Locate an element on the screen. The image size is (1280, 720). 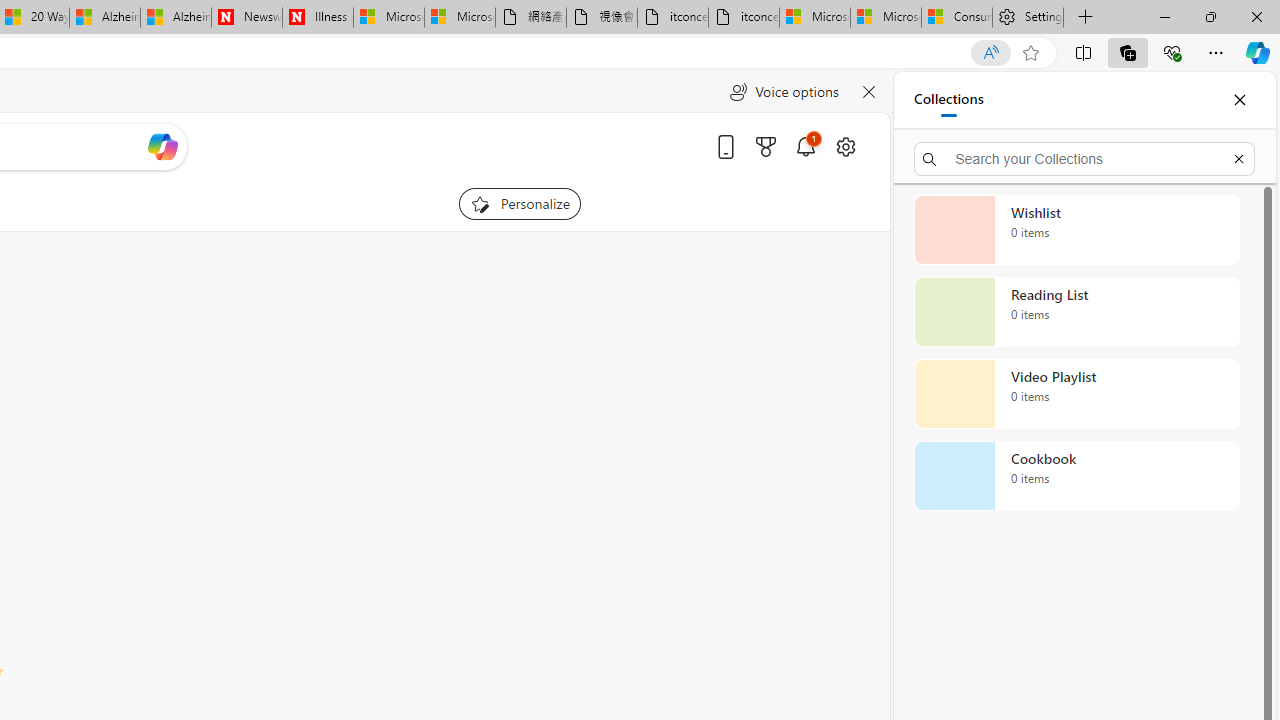
'Cookbook collection, 0 items' is located at coordinates (1076, 475).